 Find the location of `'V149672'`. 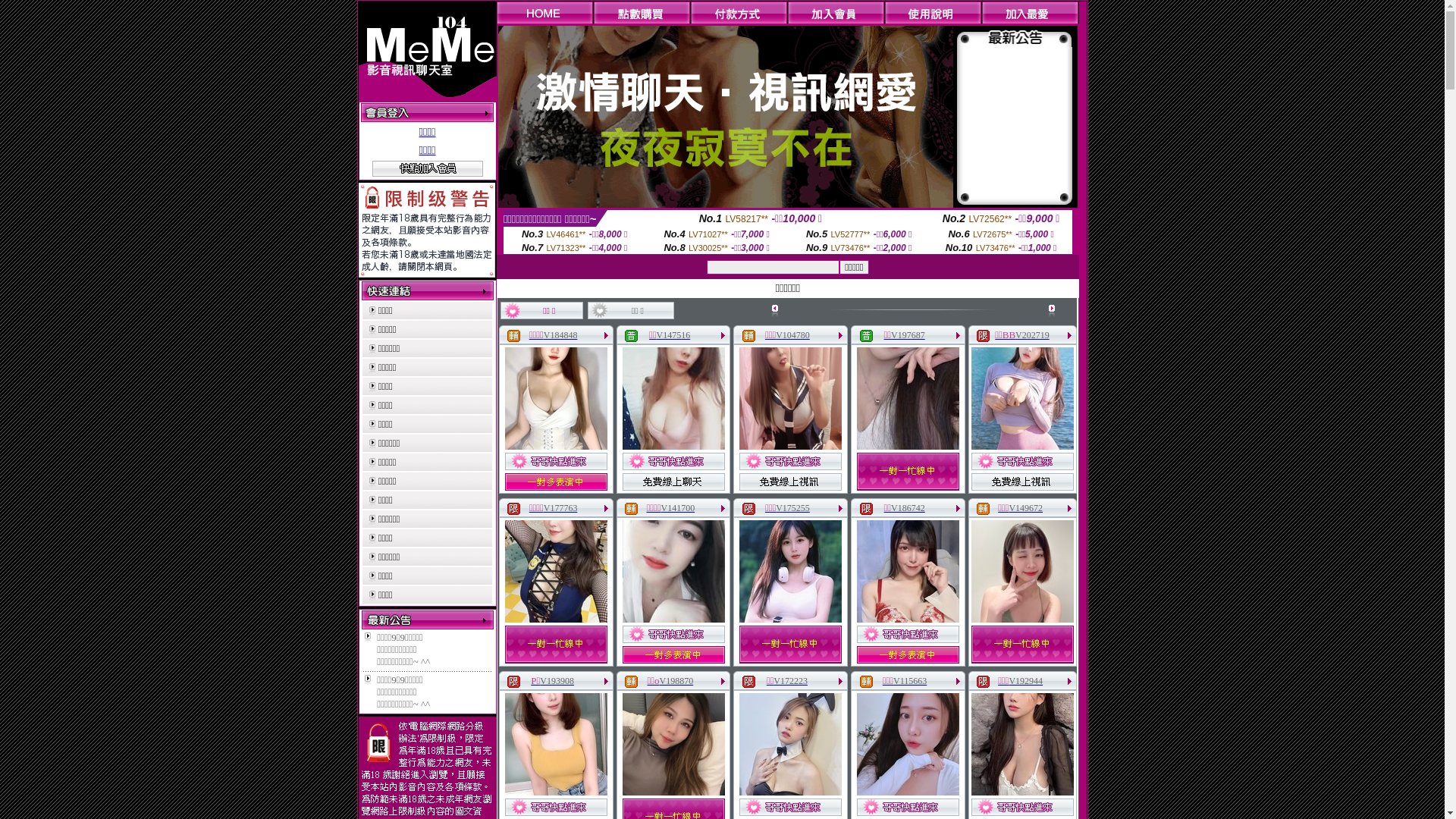

'V149672' is located at coordinates (1025, 508).